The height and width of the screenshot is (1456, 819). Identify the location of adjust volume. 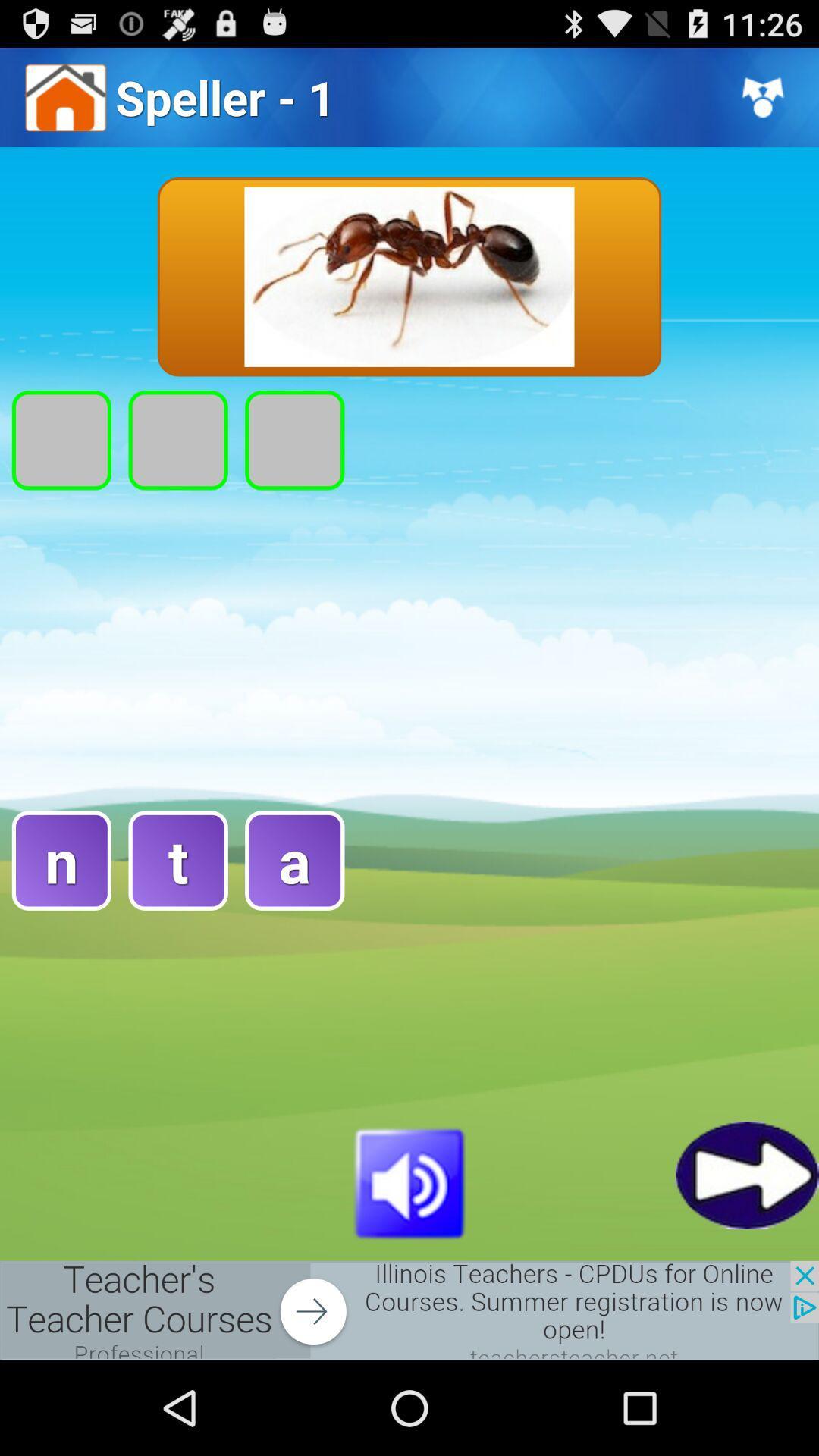
(409, 1180).